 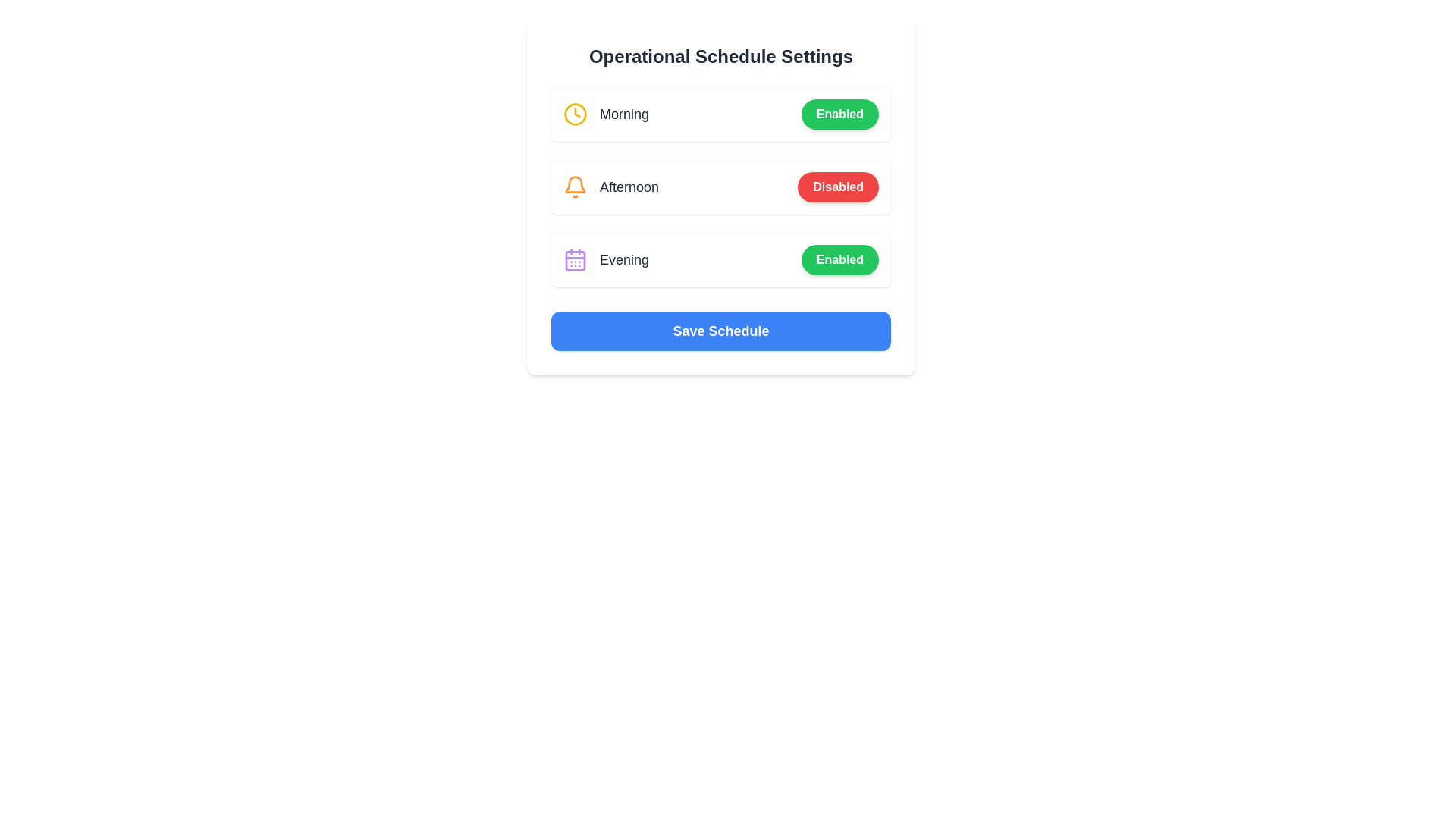 I want to click on 'Enabled' button for the morning schedule, so click(x=839, y=113).